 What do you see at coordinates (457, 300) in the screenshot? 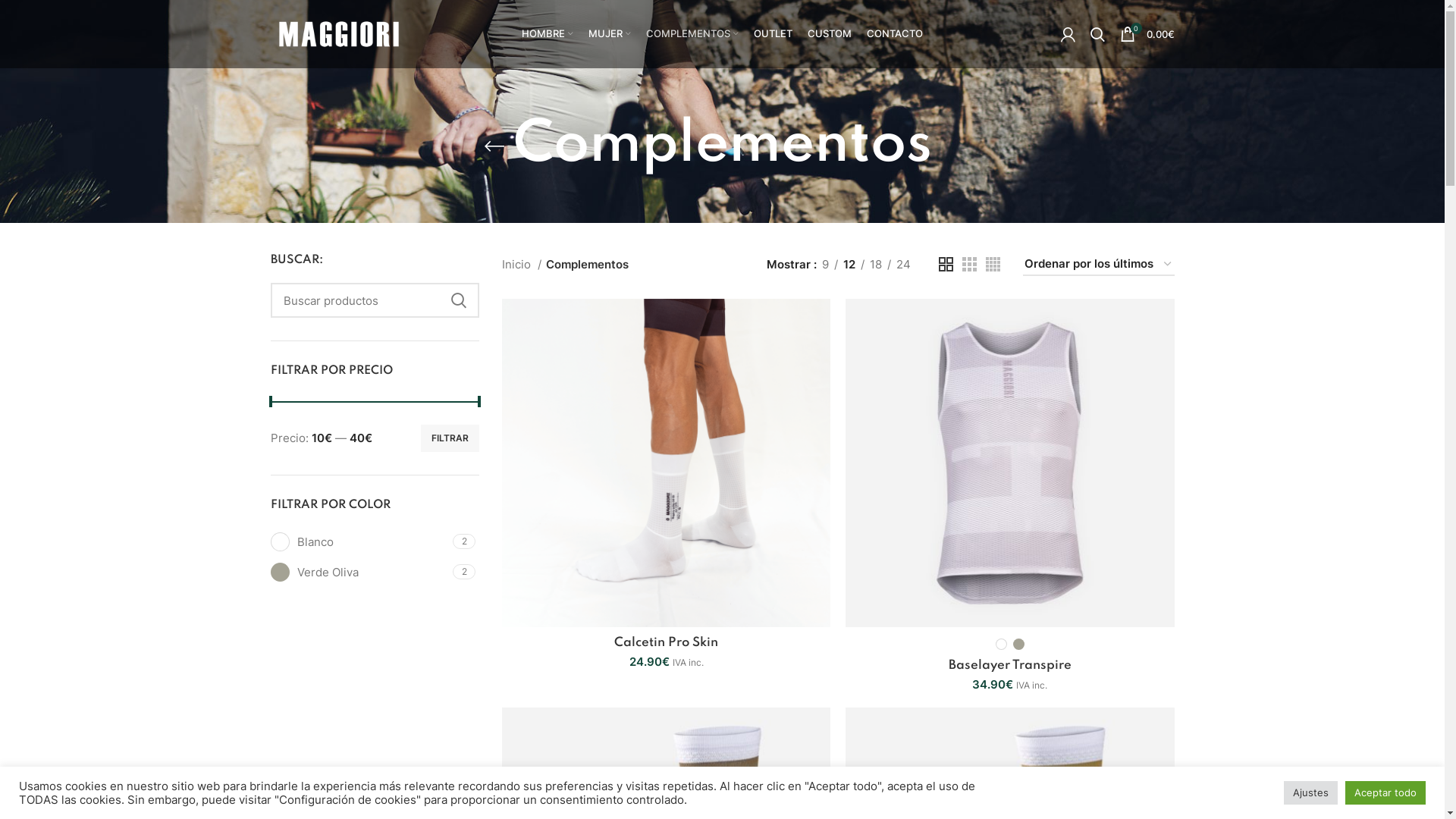
I see `'BUSCAR'` at bounding box center [457, 300].